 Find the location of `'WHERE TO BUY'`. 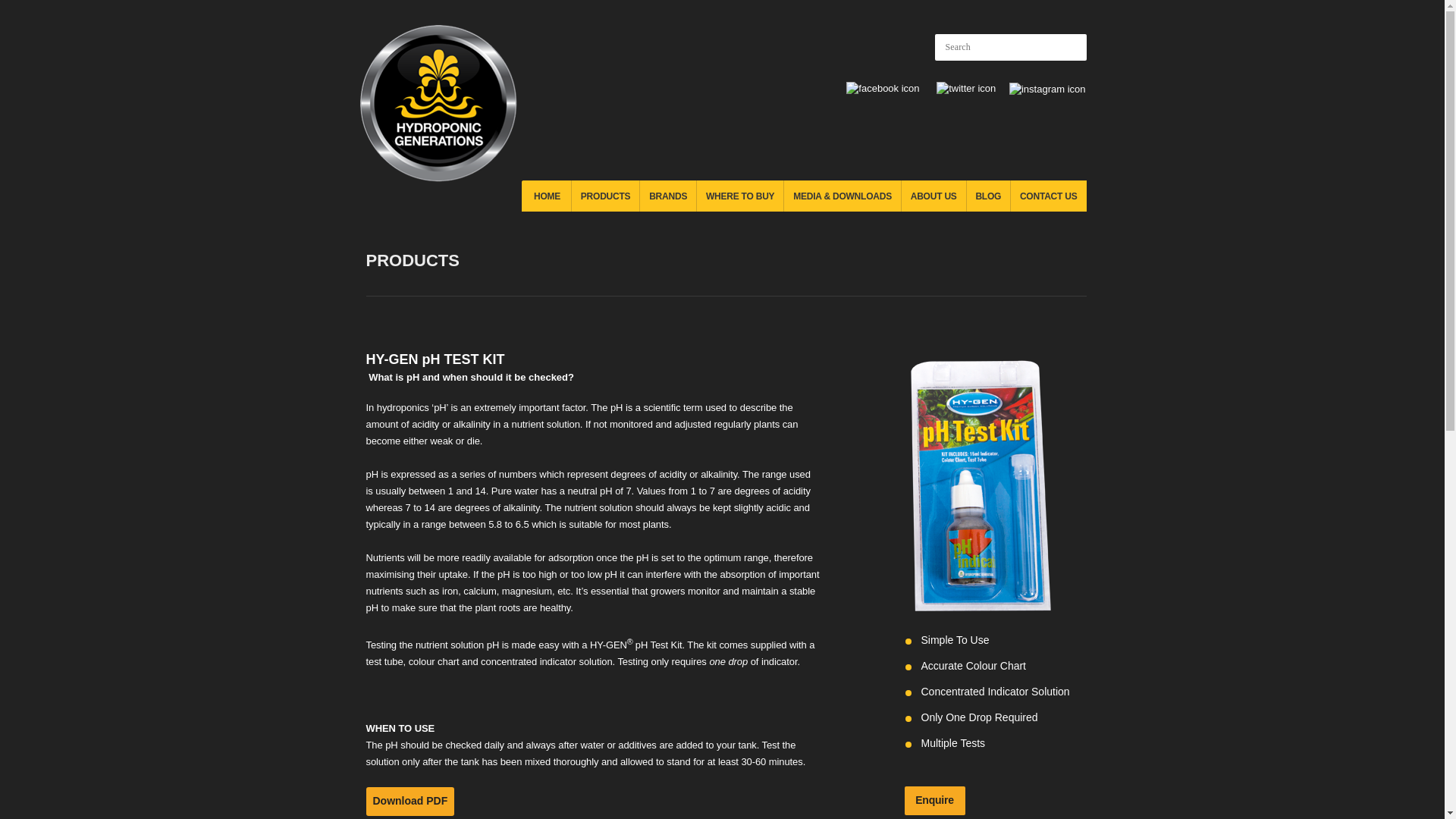

'WHERE TO BUY' is located at coordinates (739, 195).